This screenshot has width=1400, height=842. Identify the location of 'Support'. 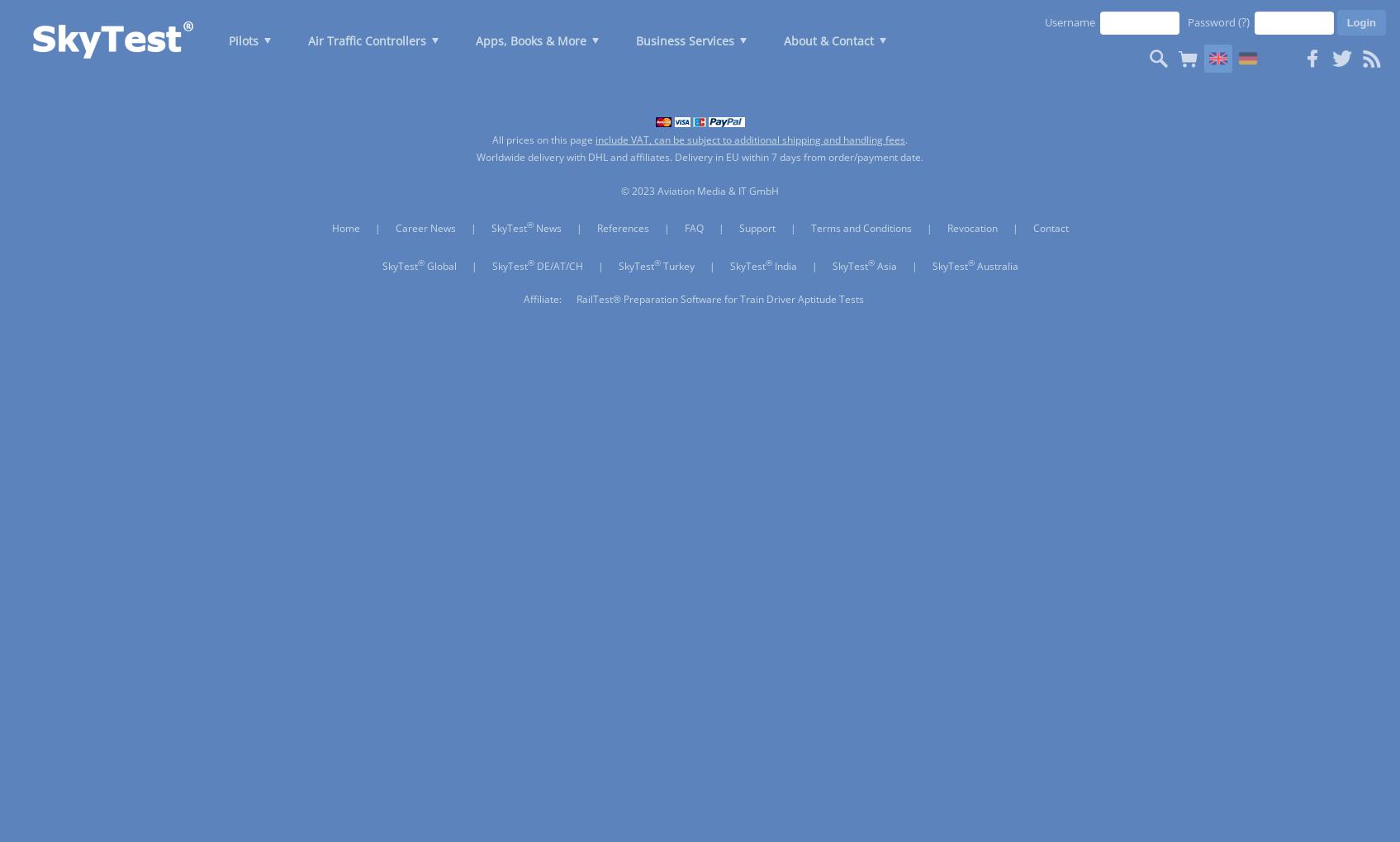
(737, 227).